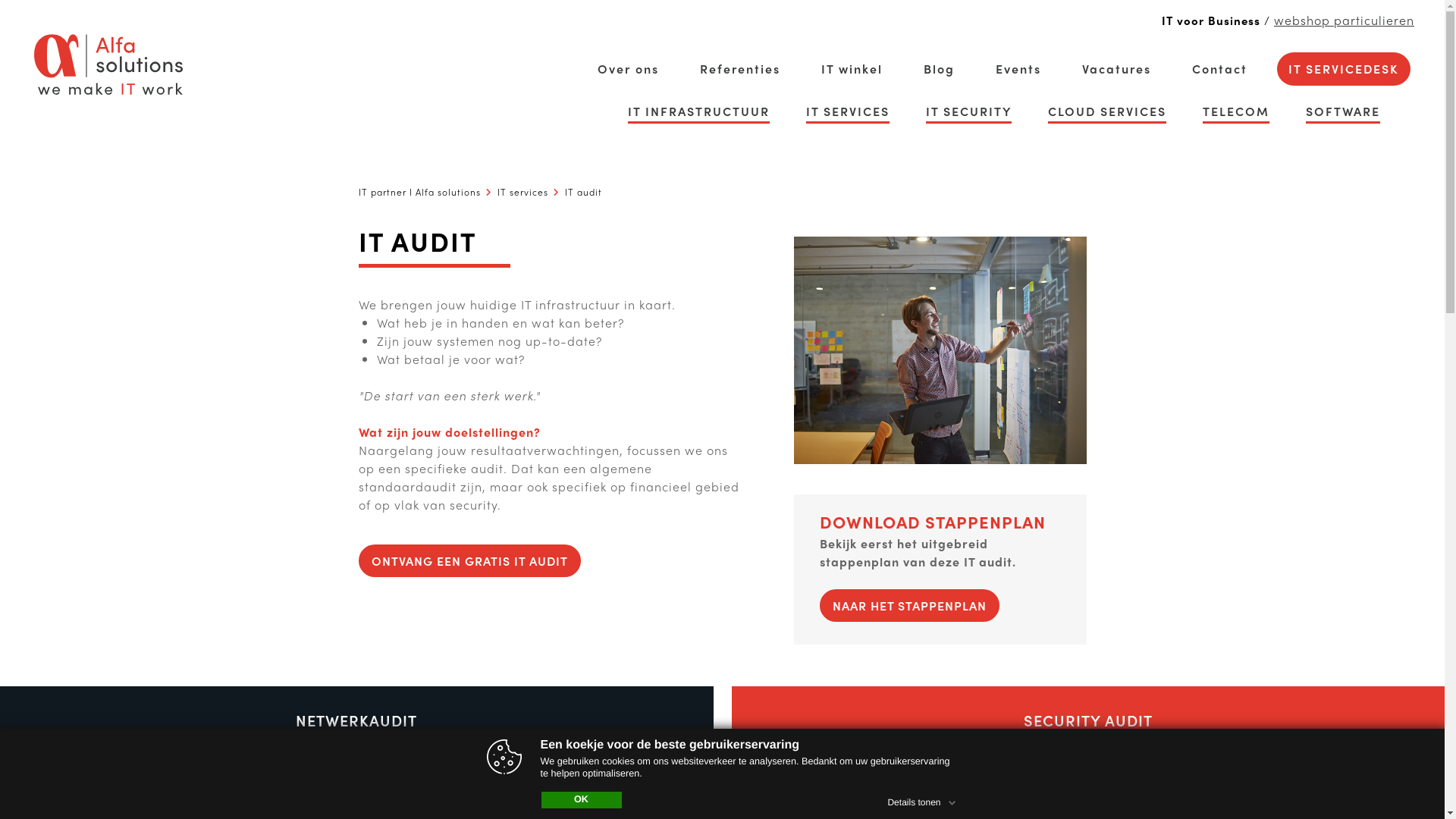 This screenshot has width=1456, height=819. Describe the element at coordinates (1288, 69) in the screenshot. I see `'IT SERVICEDESK'` at that location.